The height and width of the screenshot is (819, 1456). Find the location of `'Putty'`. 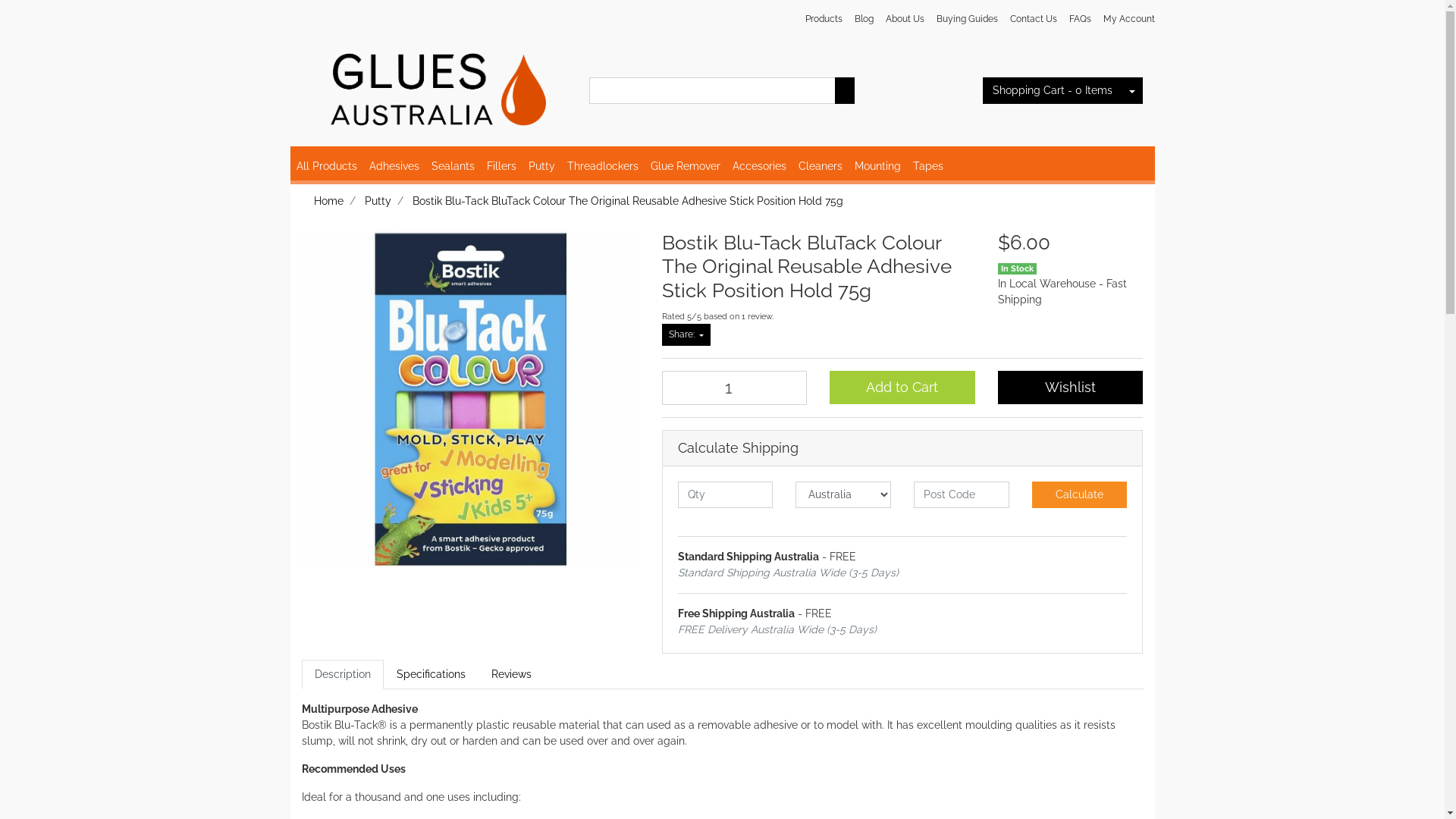

'Putty' is located at coordinates (541, 166).